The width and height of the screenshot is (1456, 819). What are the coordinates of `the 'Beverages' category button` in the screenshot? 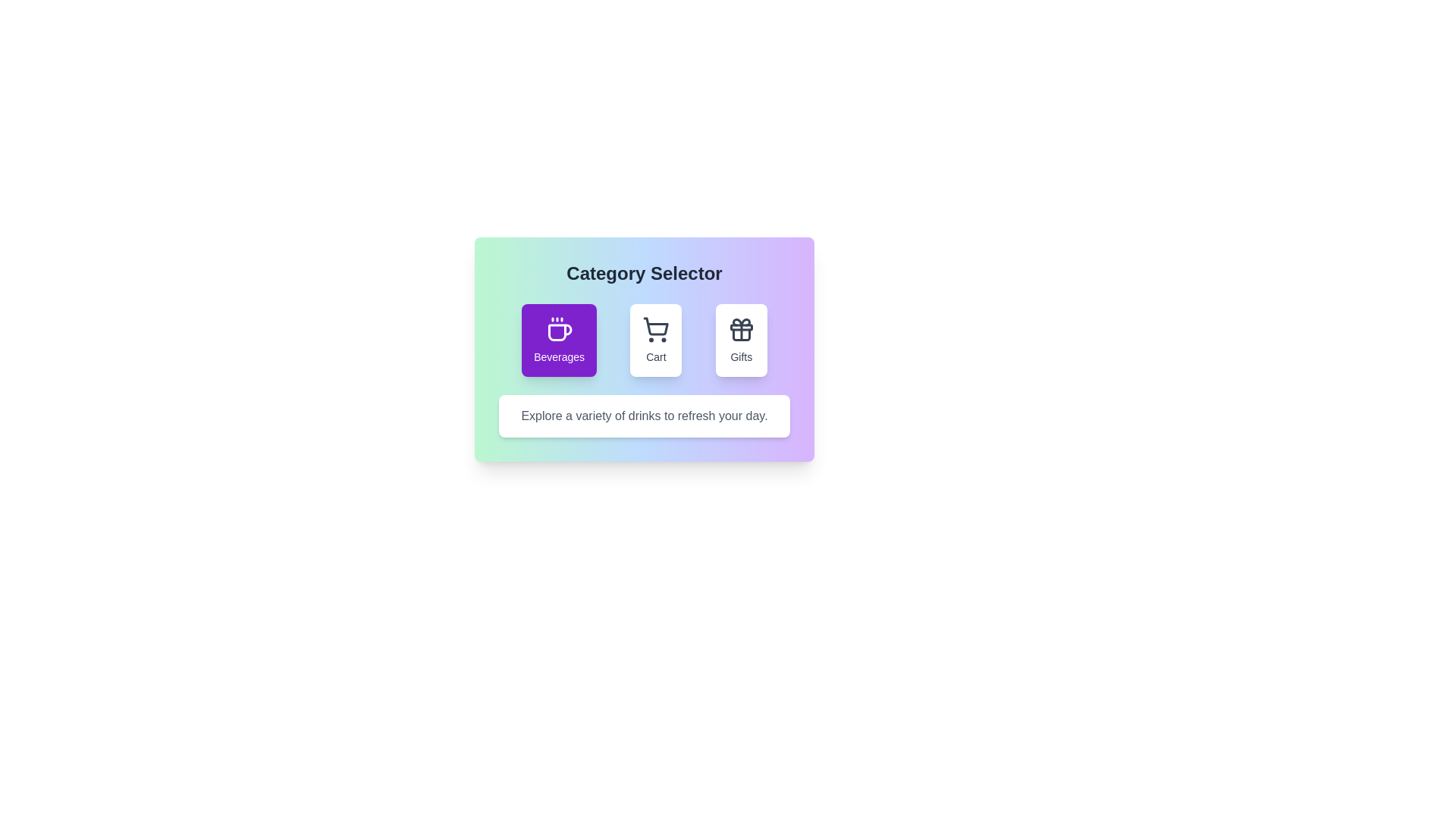 It's located at (558, 339).